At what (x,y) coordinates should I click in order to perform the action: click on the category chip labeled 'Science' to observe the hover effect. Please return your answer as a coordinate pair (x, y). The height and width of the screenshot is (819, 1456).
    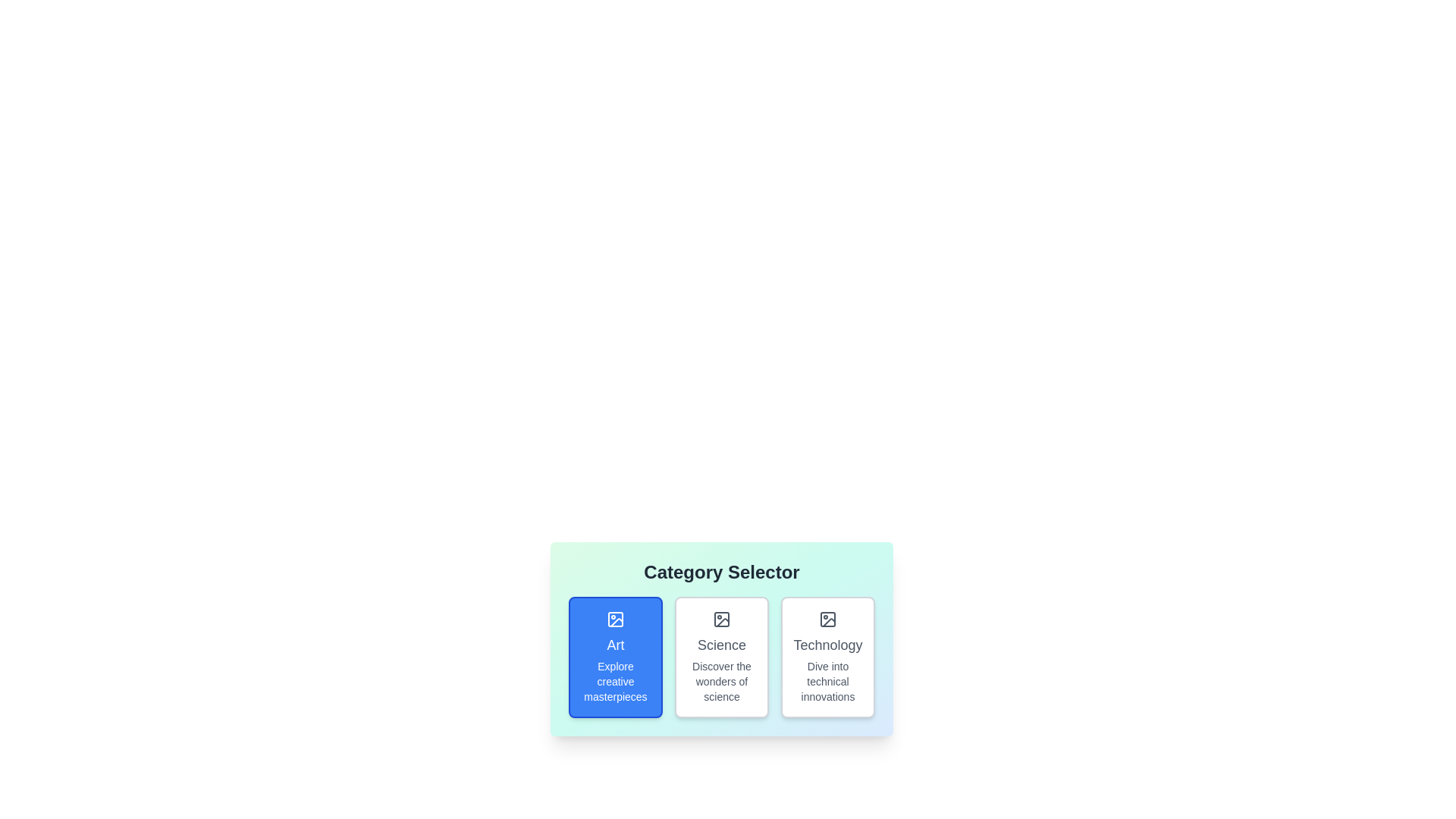
    Looking at the image, I should click on (720, 657).